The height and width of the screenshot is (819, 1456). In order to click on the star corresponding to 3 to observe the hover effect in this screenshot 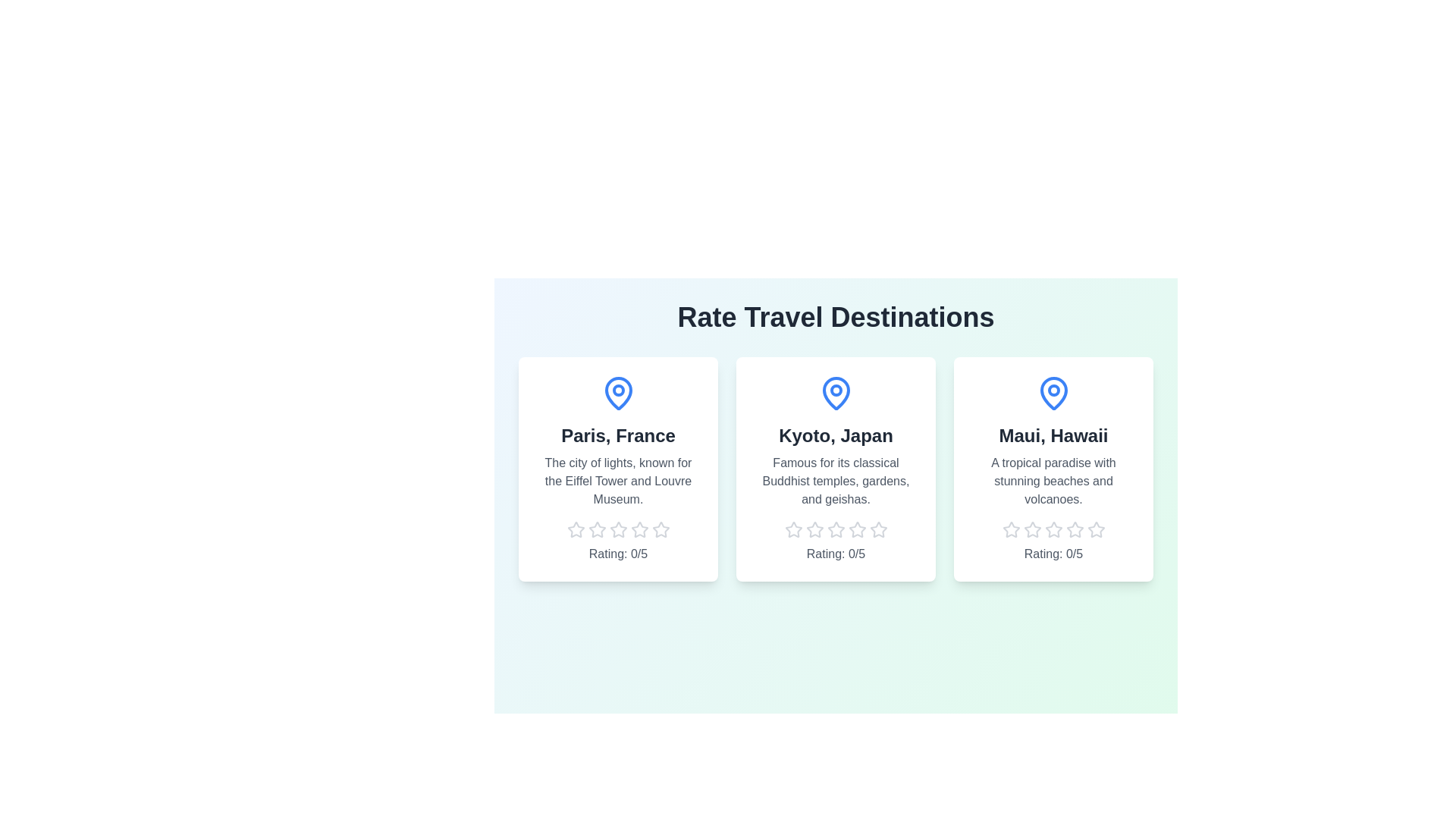, I will do `click(618, 529)`.